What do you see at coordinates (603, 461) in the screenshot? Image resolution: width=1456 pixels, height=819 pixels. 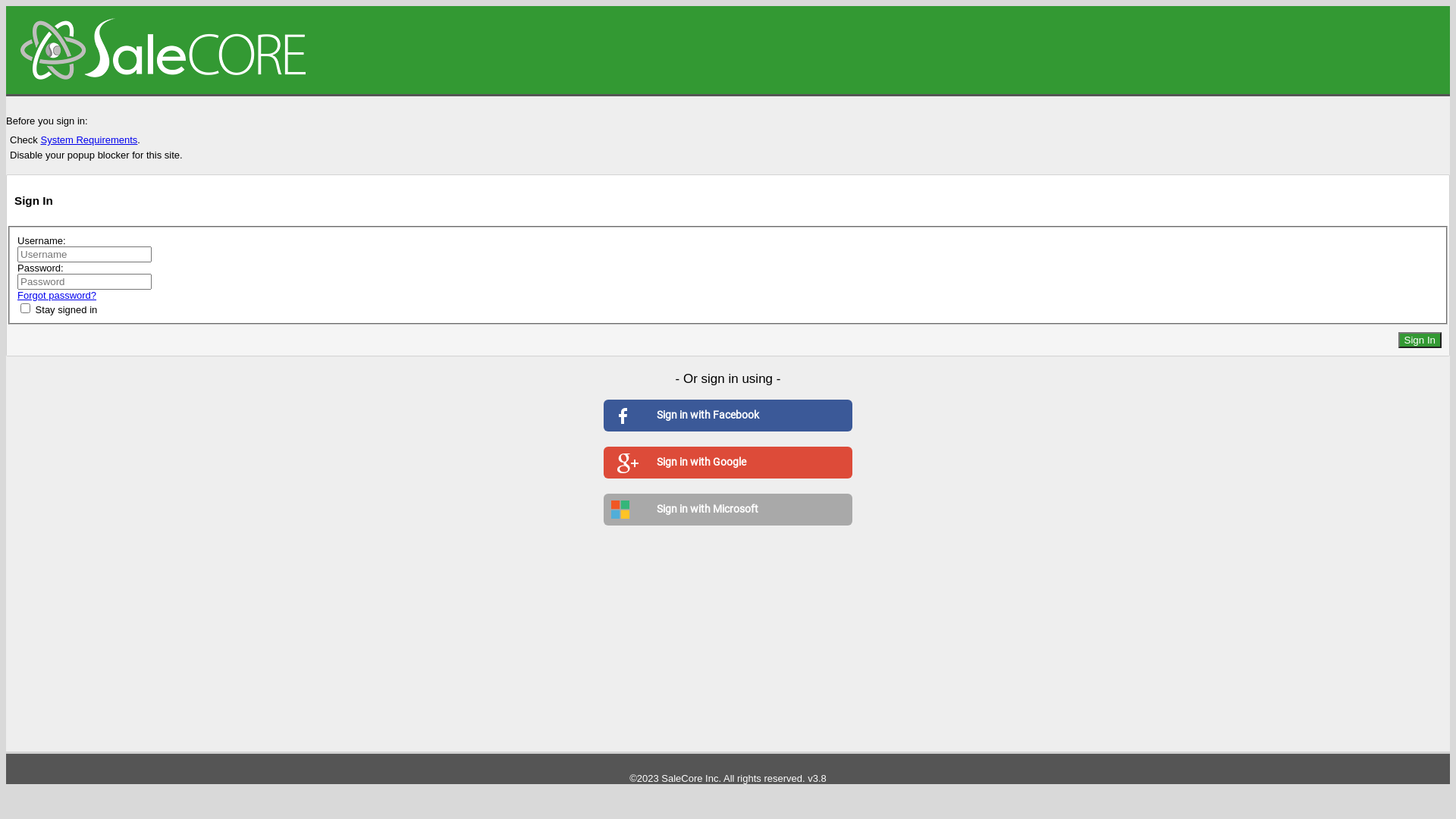 I see `'Sign in with Google'` at bounding box center [603, 461].